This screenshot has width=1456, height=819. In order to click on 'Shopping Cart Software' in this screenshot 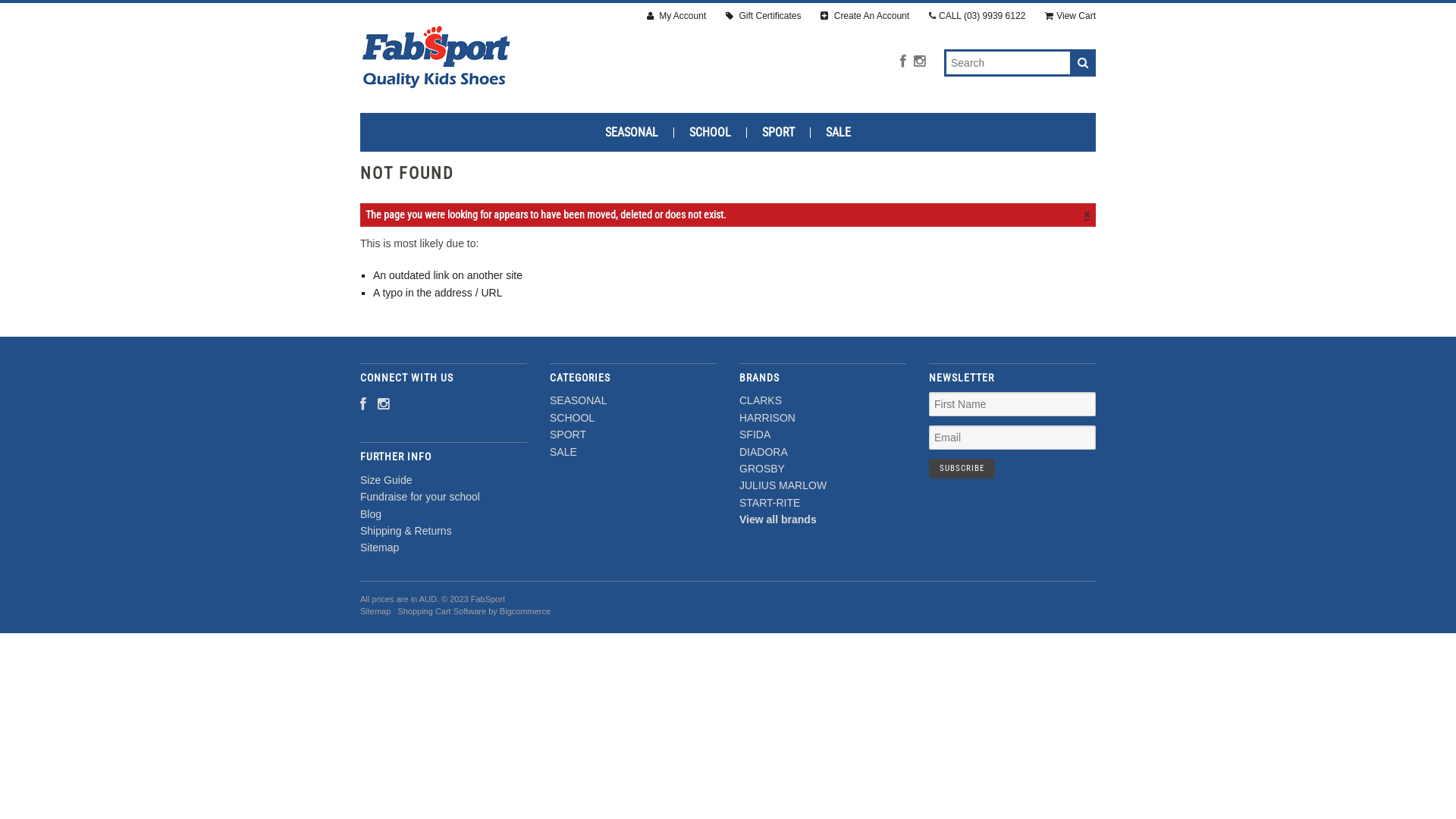, I will do `click(441, 610)`.